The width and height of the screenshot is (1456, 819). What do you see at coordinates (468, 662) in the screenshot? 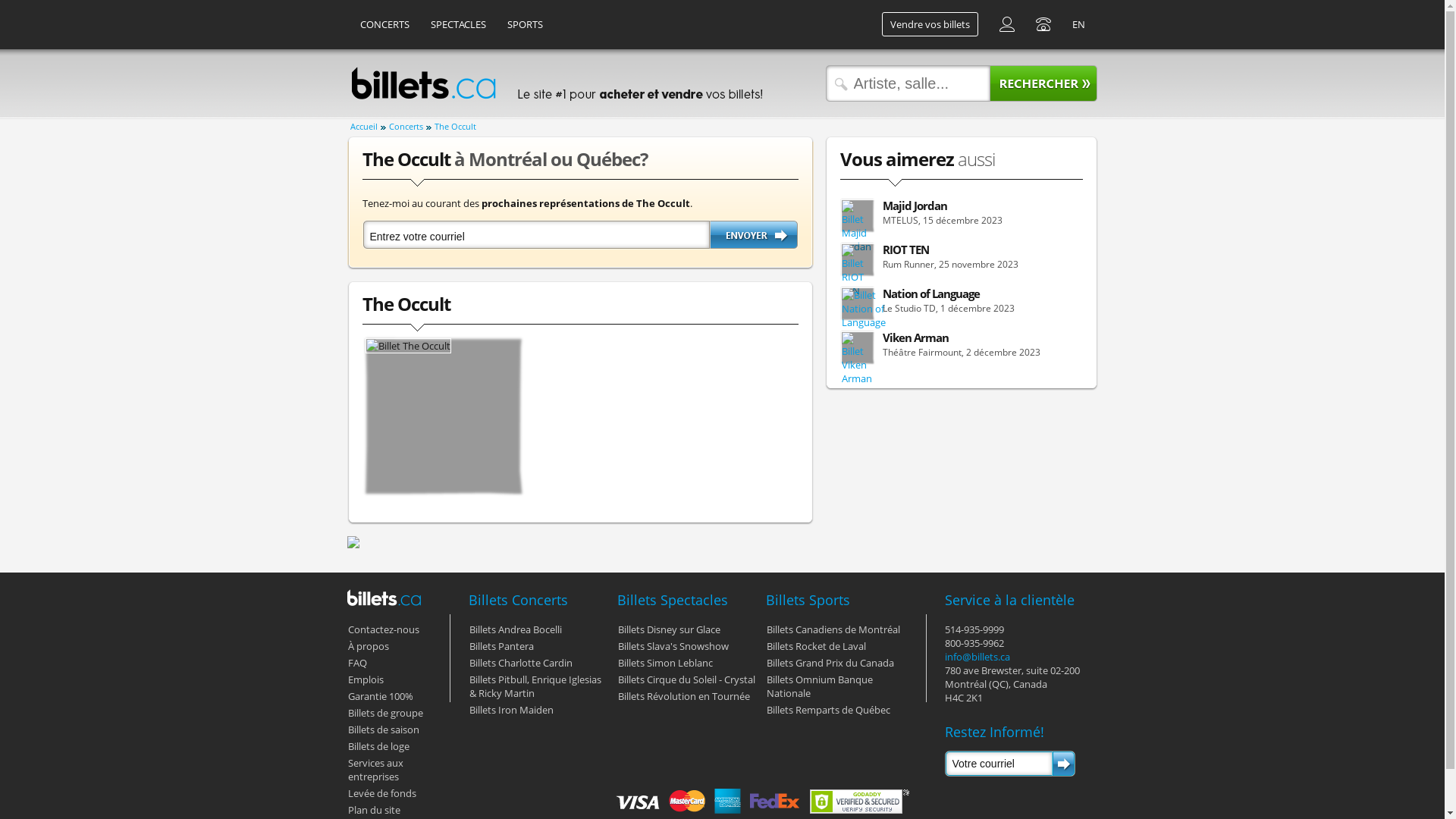
I see `'Billets Charlotte Cardin'` at bounding box center [468, 662].